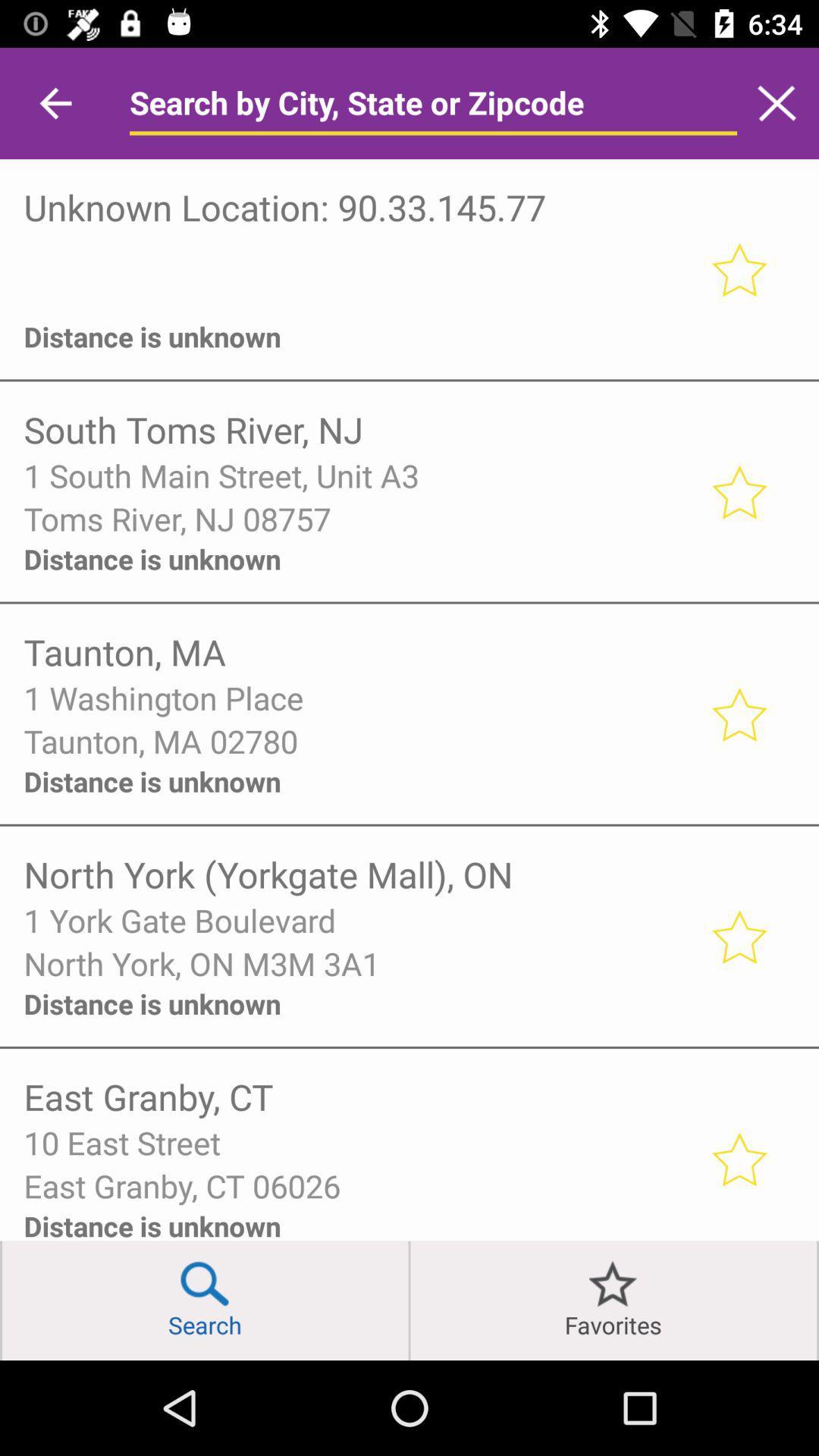  I want to click on interested to participation, so click(738, 713).